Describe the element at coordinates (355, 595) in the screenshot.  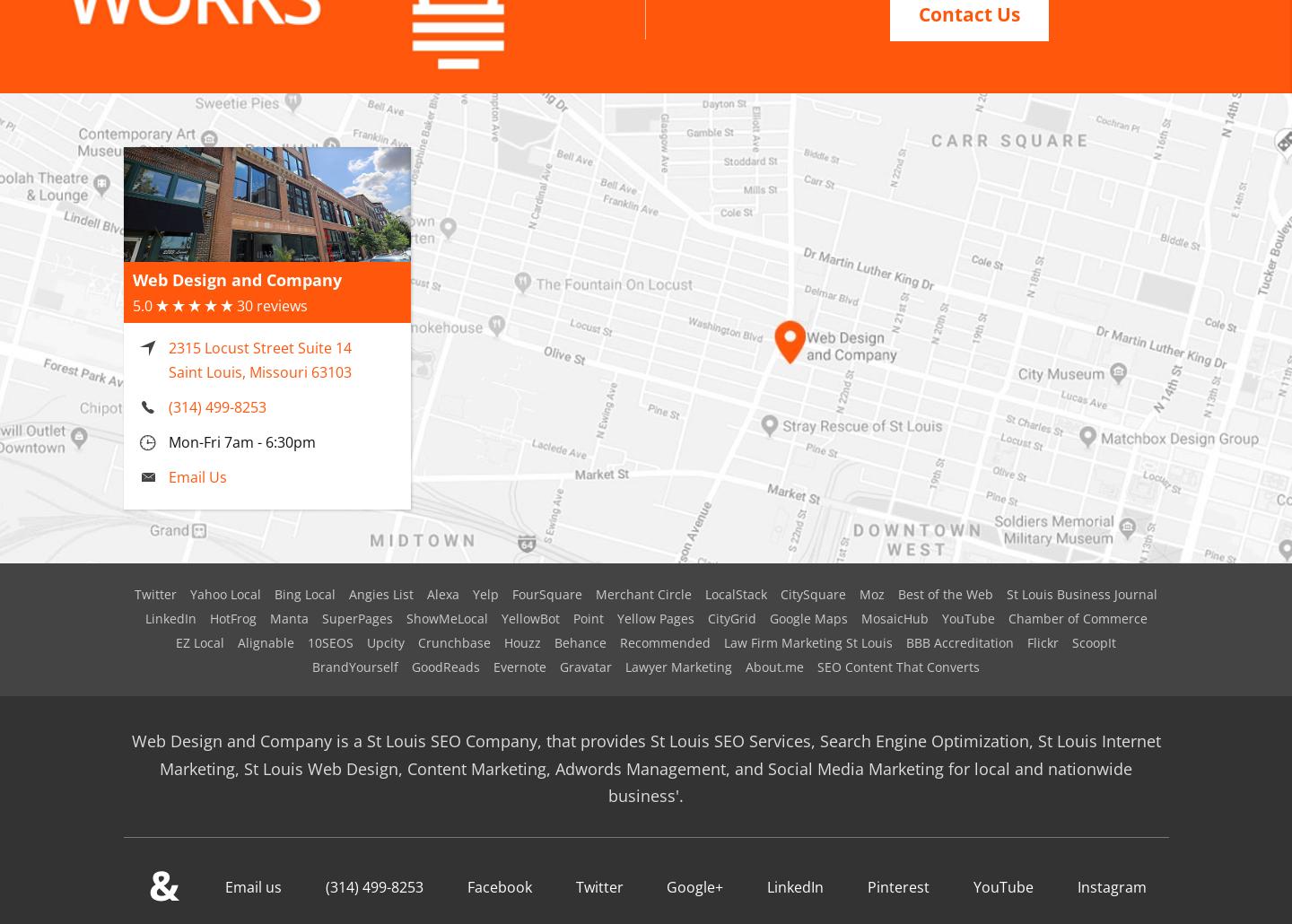
I see `'SuperPages'` at that location.